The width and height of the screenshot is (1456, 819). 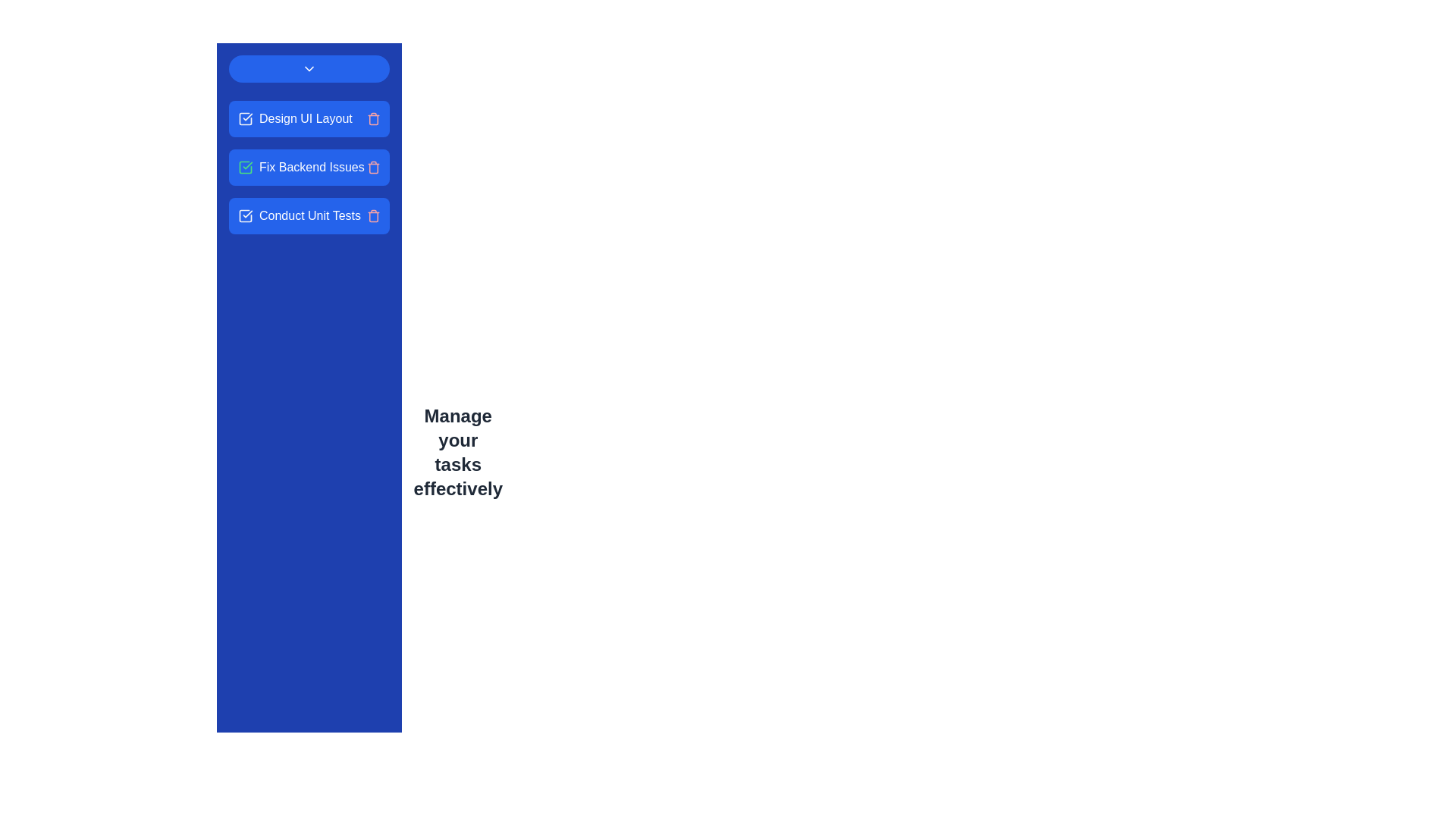 I want to click on the Checkbox indicator with a green checkmark that signifies the completion status of the task labeled 'Fix Backend Issues', so click(x=246, y=167).